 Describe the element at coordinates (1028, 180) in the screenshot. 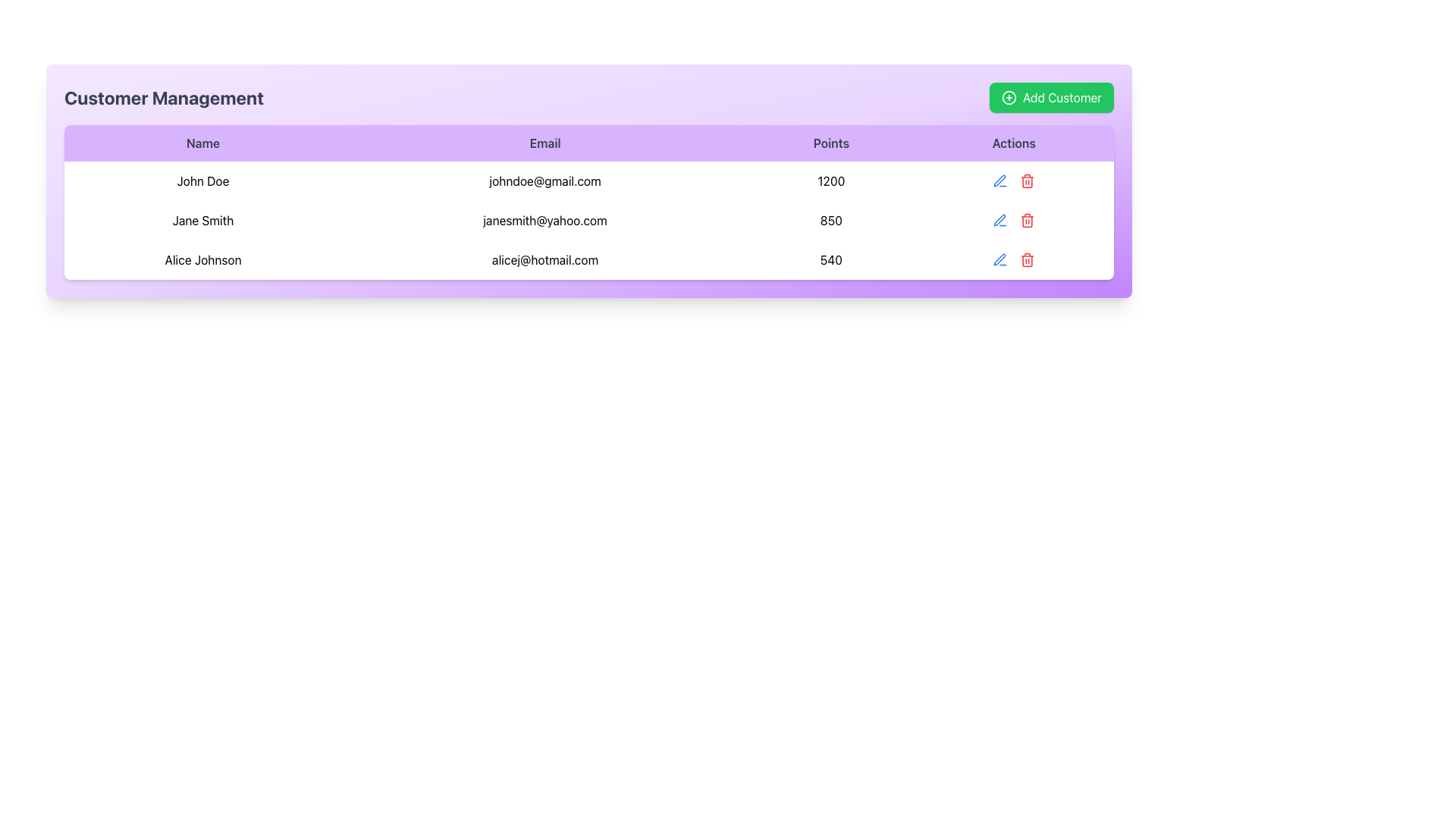

I see `the delete button located in the 'Actions' column of the table for the user 'Jane Smith'` at that location.